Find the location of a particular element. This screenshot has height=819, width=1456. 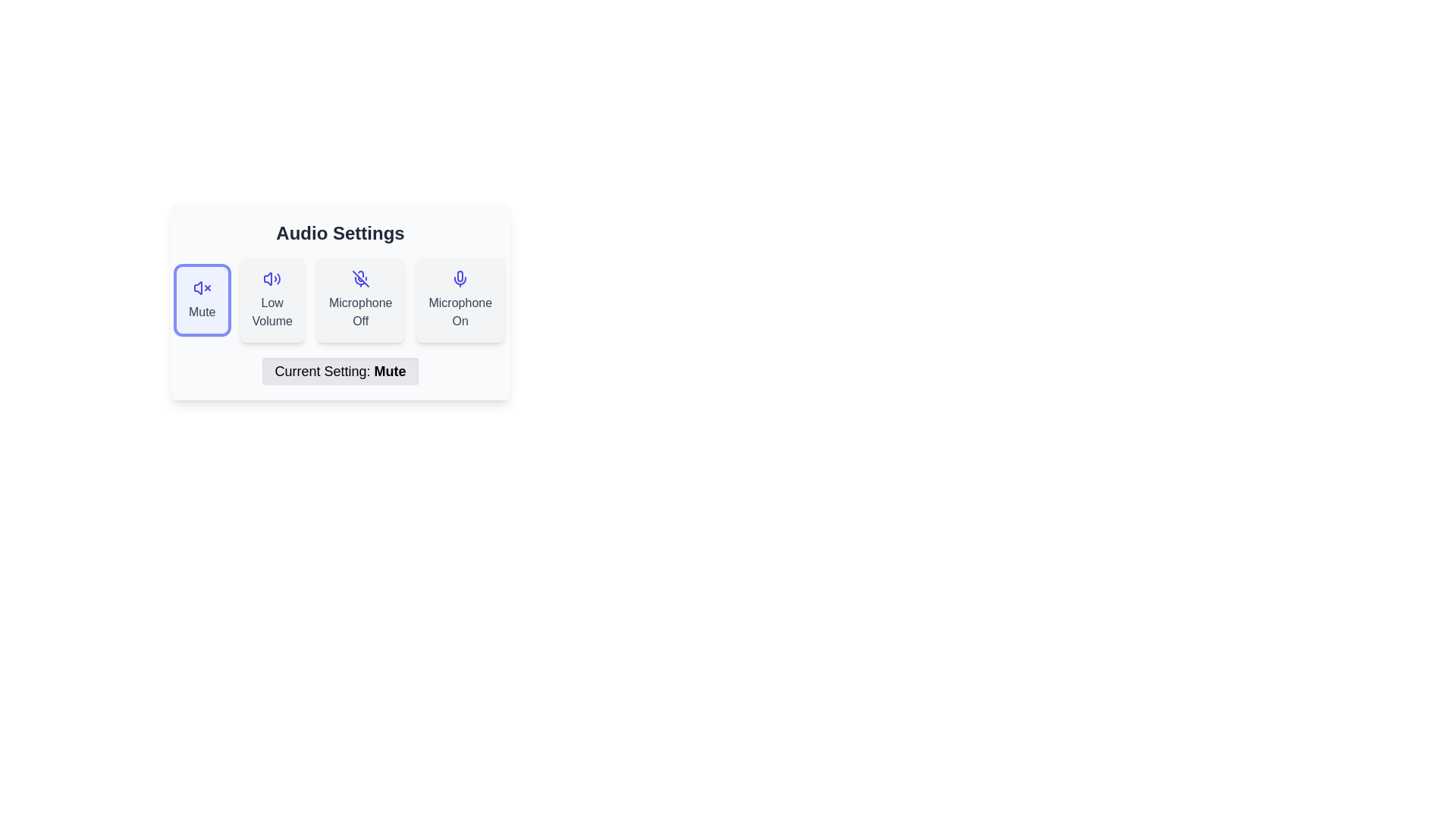

the SVG icon representing a muted audio speaker within the 'Mute' button is located at coordinates (201, 288).